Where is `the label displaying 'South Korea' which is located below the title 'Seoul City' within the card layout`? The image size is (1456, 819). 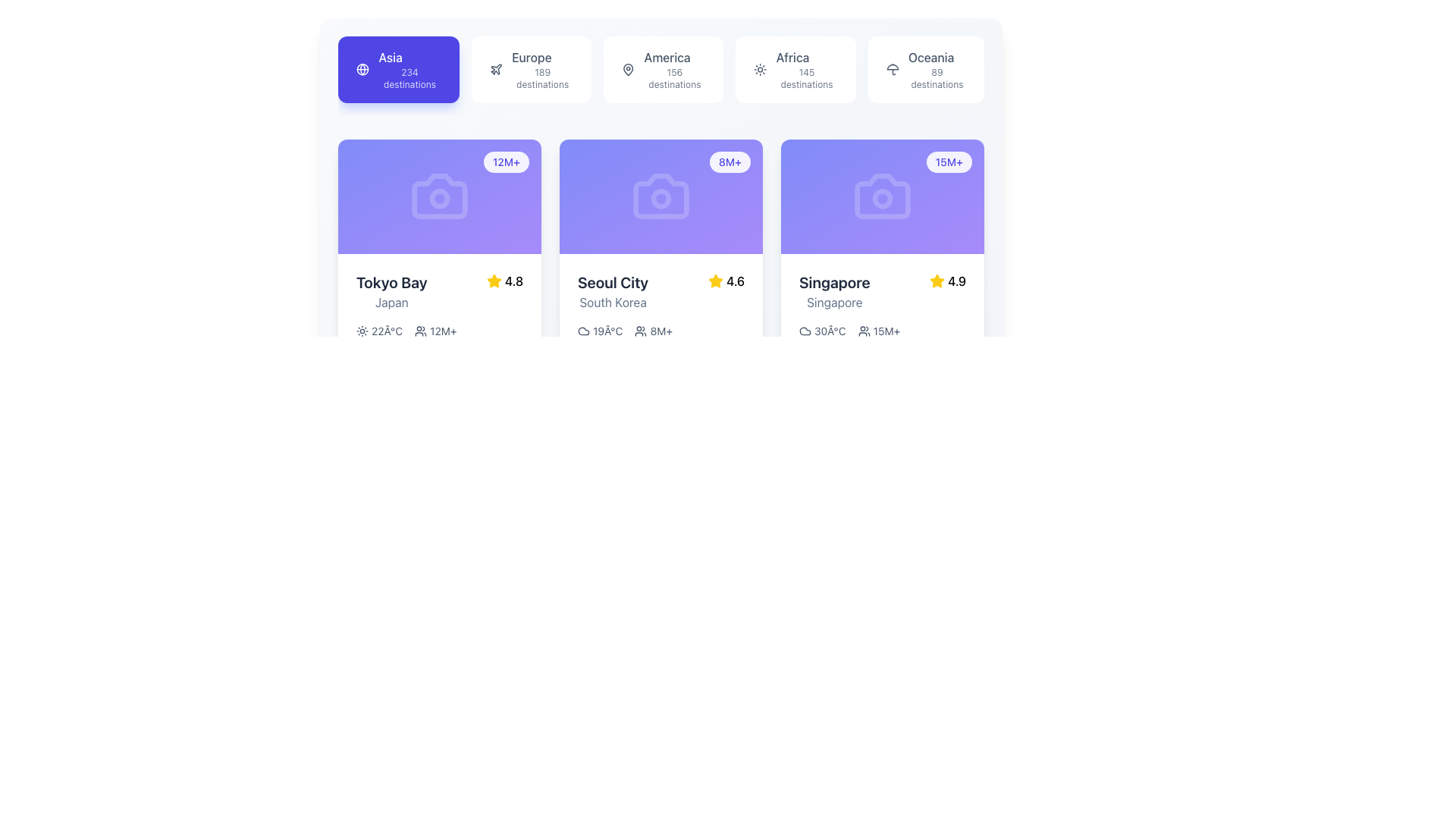
the label displaying 'South Korea' which is located below the title 'Seoul City' within the card layout is located at coordinates (613, 302).